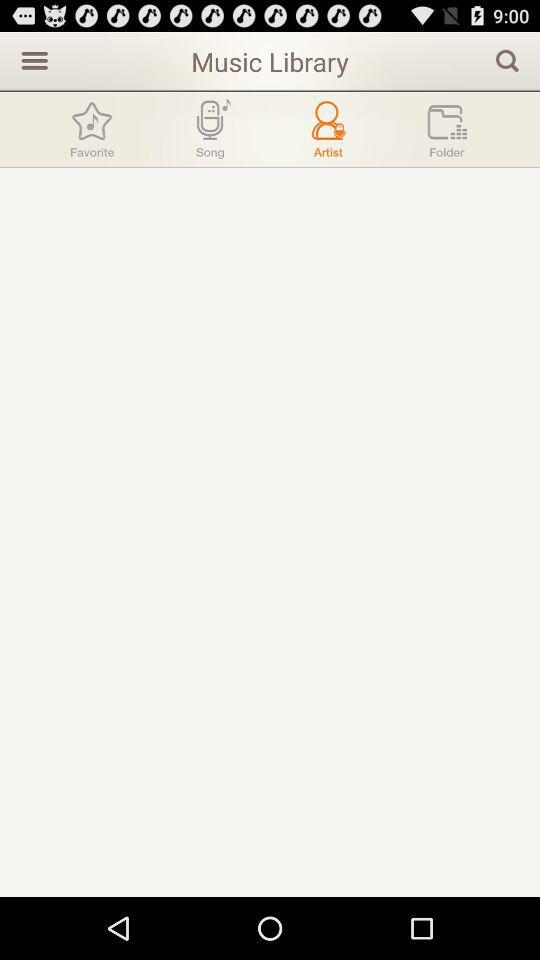 This screenshot has height=960, width=540. Describe the element at coordinates (209, 128) in the screenshot. I see `song` at that location.